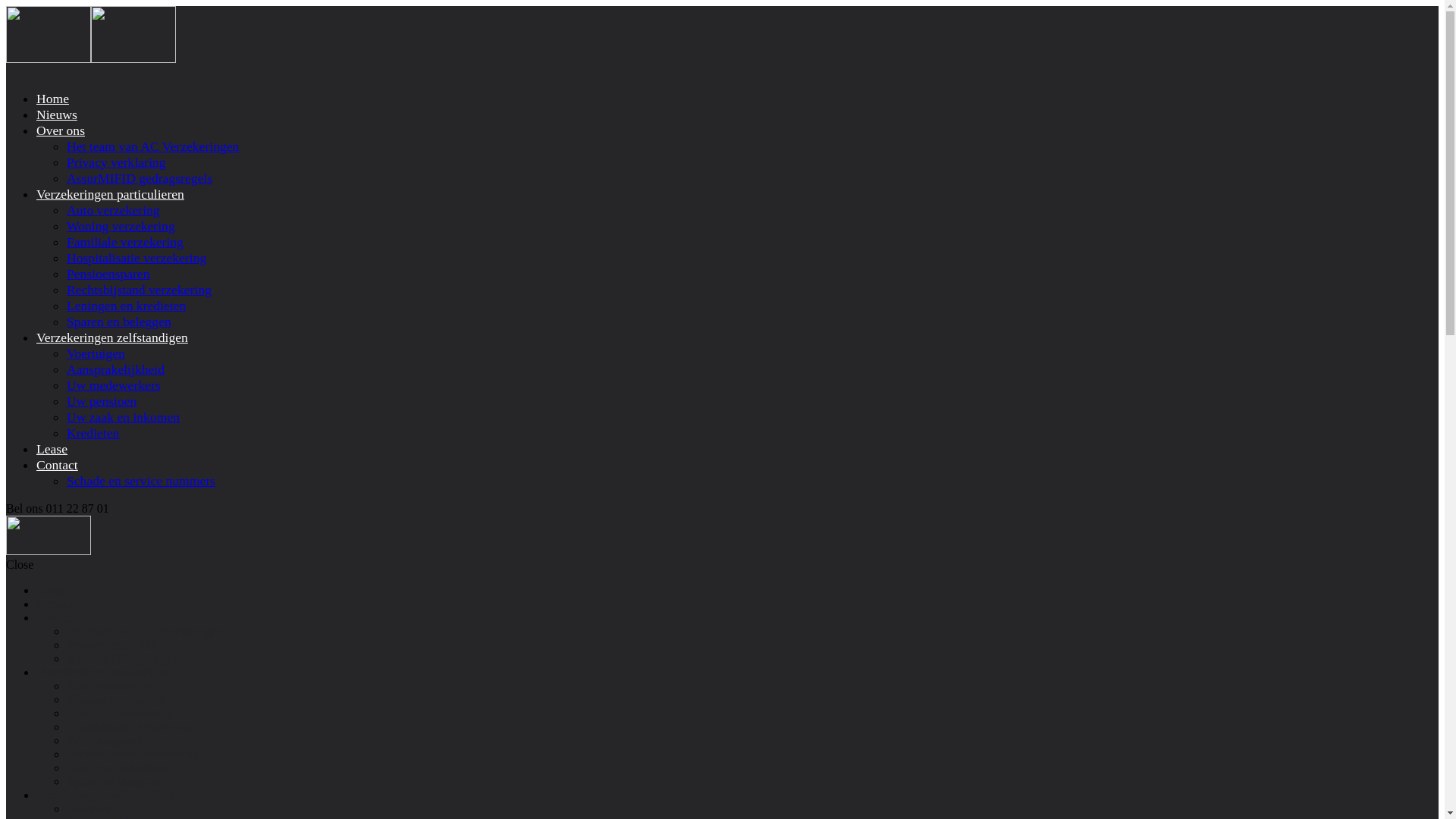 Image resolution: width=1456 pixels, height=819 pixels. I want to click on 'Contact', so click(36, 464).